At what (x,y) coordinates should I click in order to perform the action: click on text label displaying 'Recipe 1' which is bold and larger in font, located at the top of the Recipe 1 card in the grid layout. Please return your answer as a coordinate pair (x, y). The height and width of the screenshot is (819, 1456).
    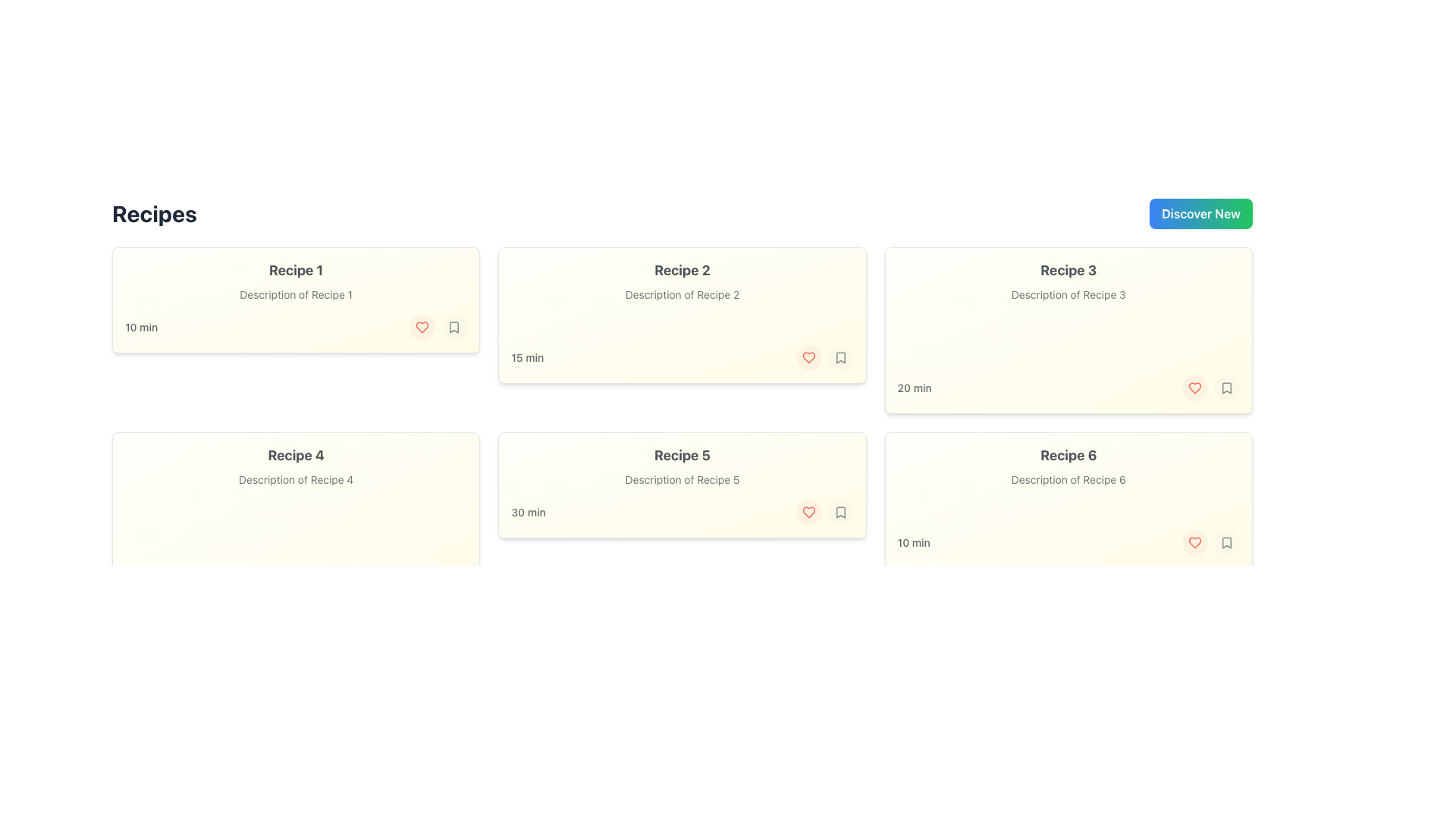
    Looking at the image, I should click on (296, 270).